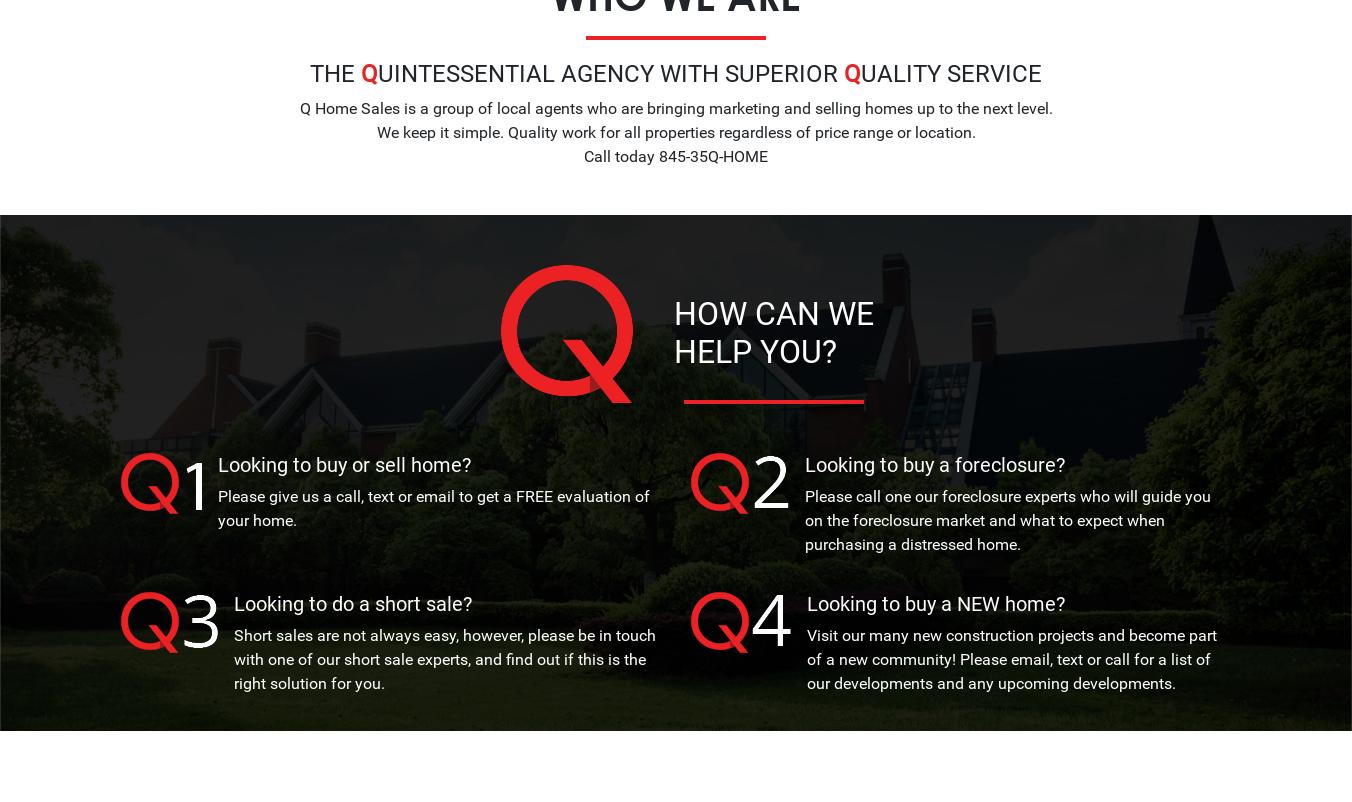 The image size is (1352, 802). What do you see at coordinates (772, 312) in the screenshot?
I see `'How can we'` at bounding box center [772, 312].